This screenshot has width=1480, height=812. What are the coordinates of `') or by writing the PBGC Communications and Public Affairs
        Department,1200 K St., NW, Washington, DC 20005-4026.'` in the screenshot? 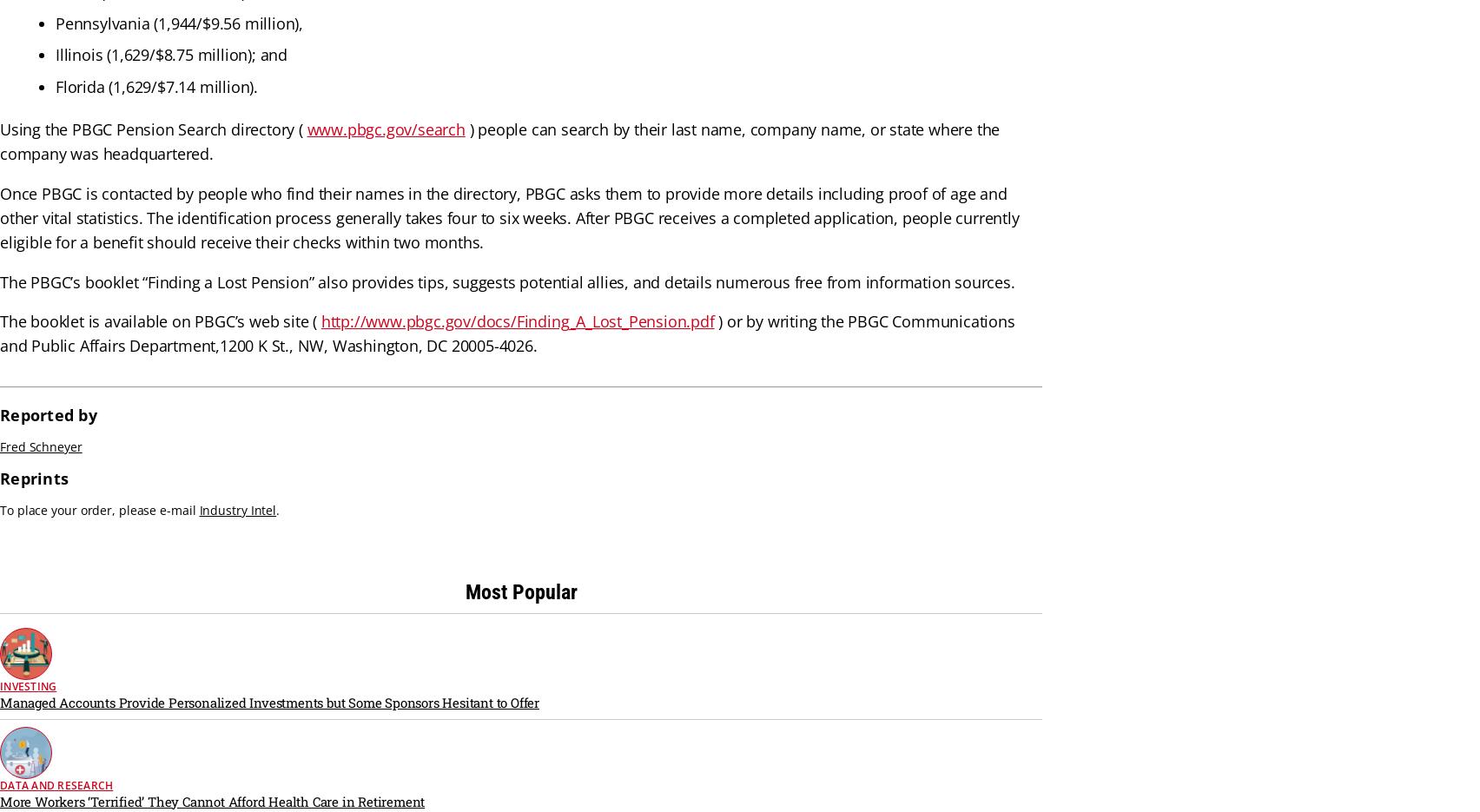 It's located at (506, 333).